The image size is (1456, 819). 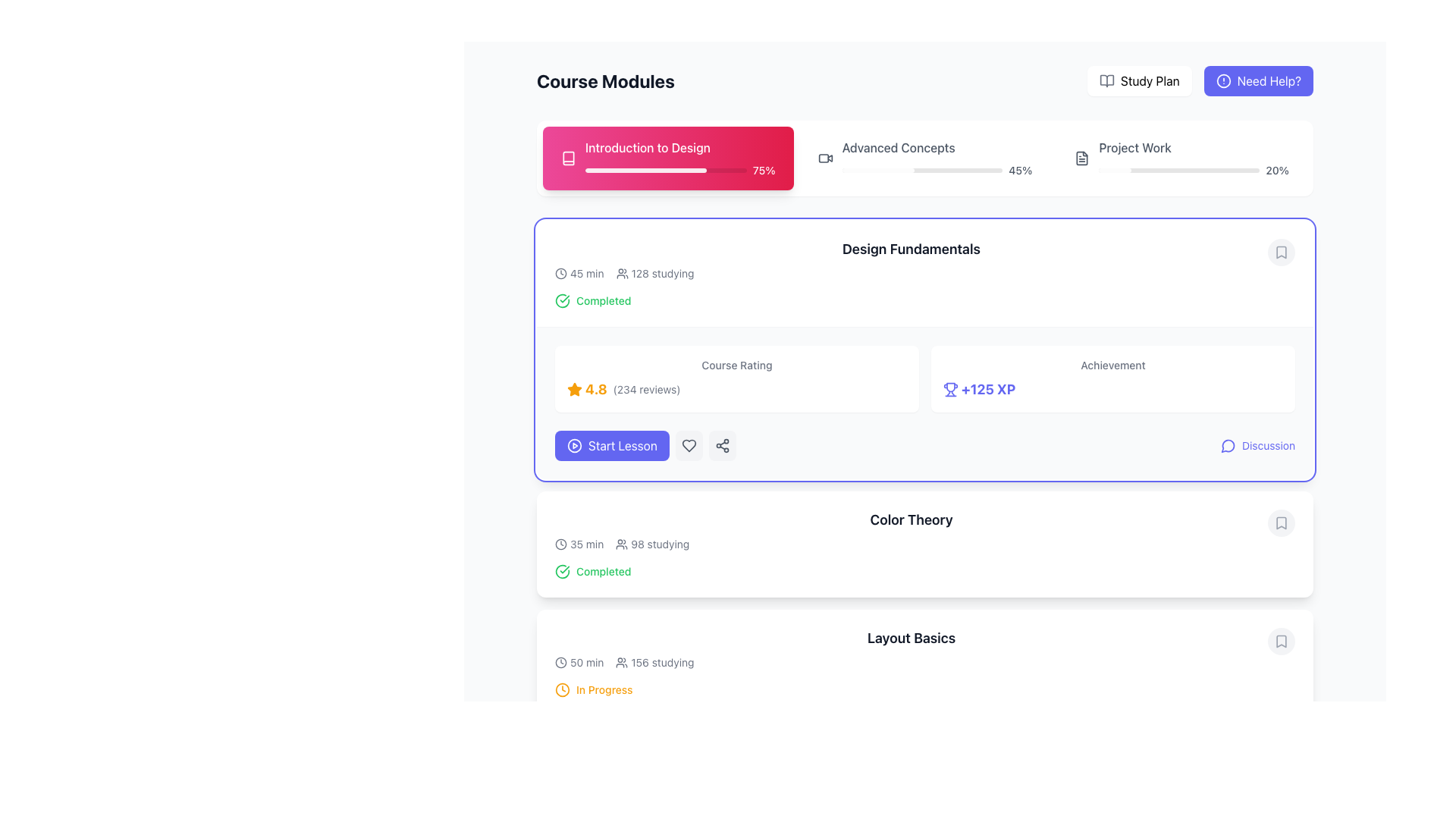 I want to click on the static information display card that indicates an achievement reward and provides information about earned experience points (XP), located in the upper-right section of the layout, so click(x=1113, y=378).